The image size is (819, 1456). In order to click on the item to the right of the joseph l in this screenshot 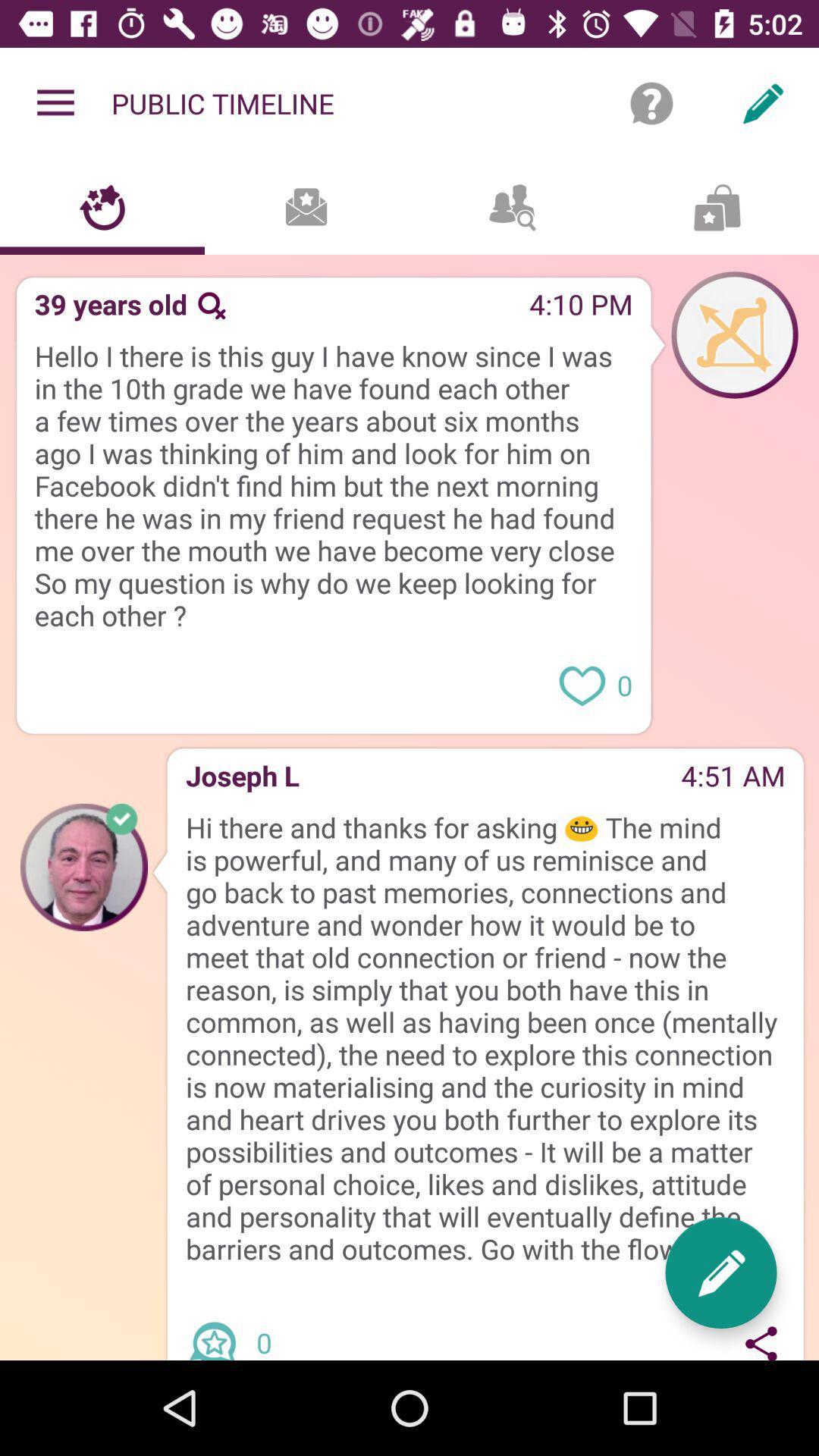, I will do `click(490, 780)`.